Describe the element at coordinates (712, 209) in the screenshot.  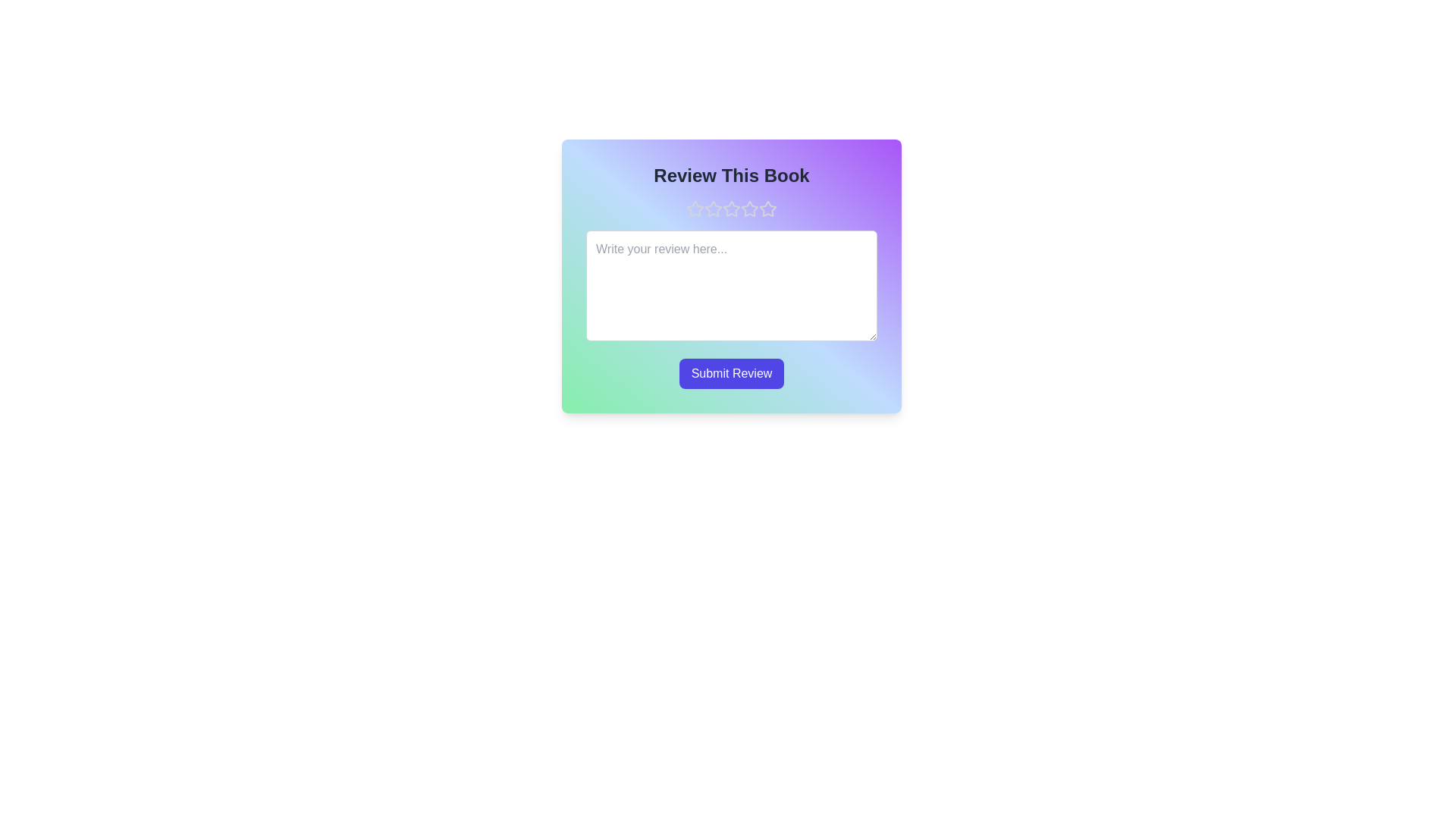
I see `the star corresponding to the desired rating 2` at that location.